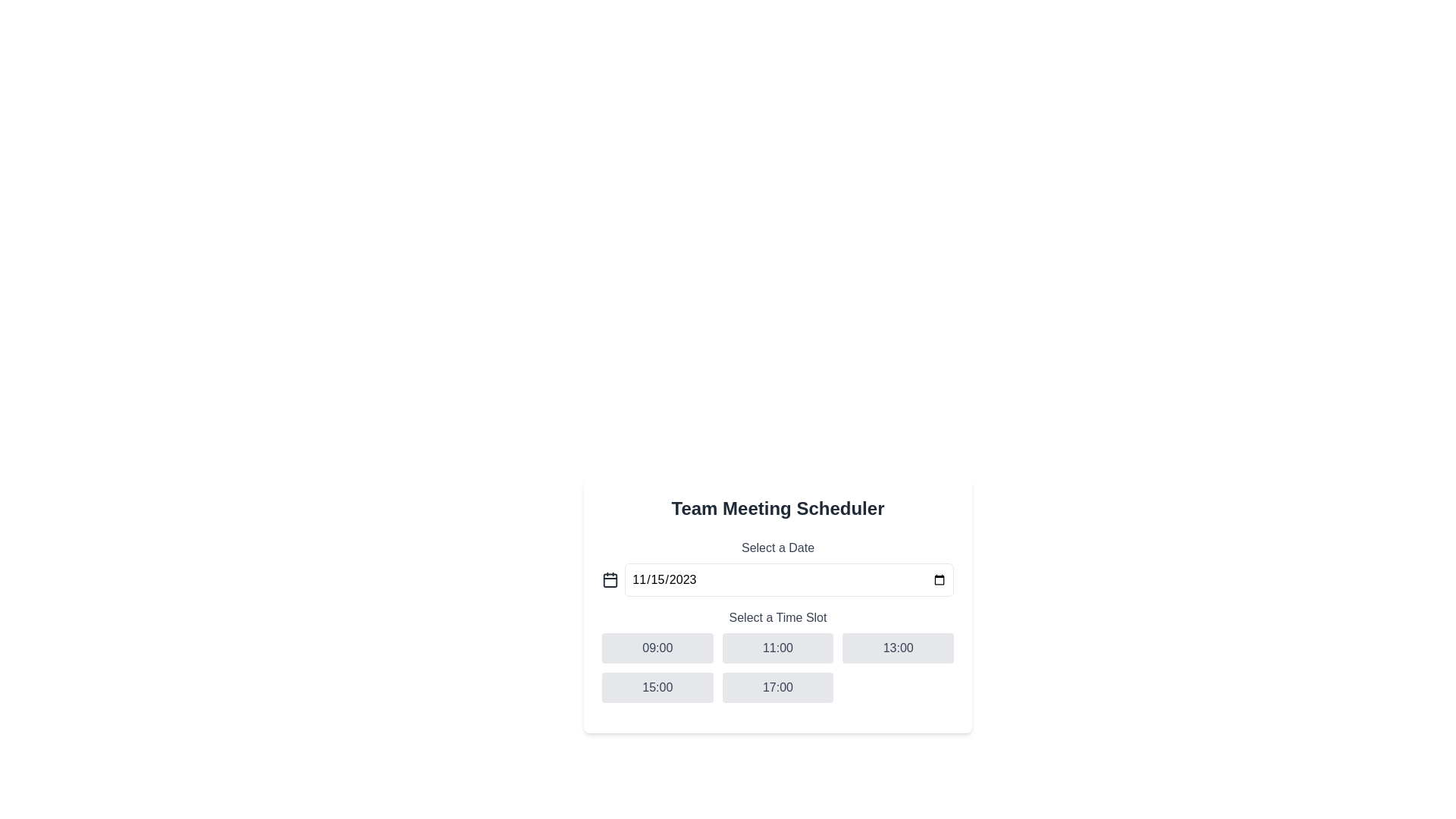 This screenshot has height=819, width=1456. Describe the element at coordinates (778, 648) in the screenshot. I see `the button displaying '11:00'` at that location.